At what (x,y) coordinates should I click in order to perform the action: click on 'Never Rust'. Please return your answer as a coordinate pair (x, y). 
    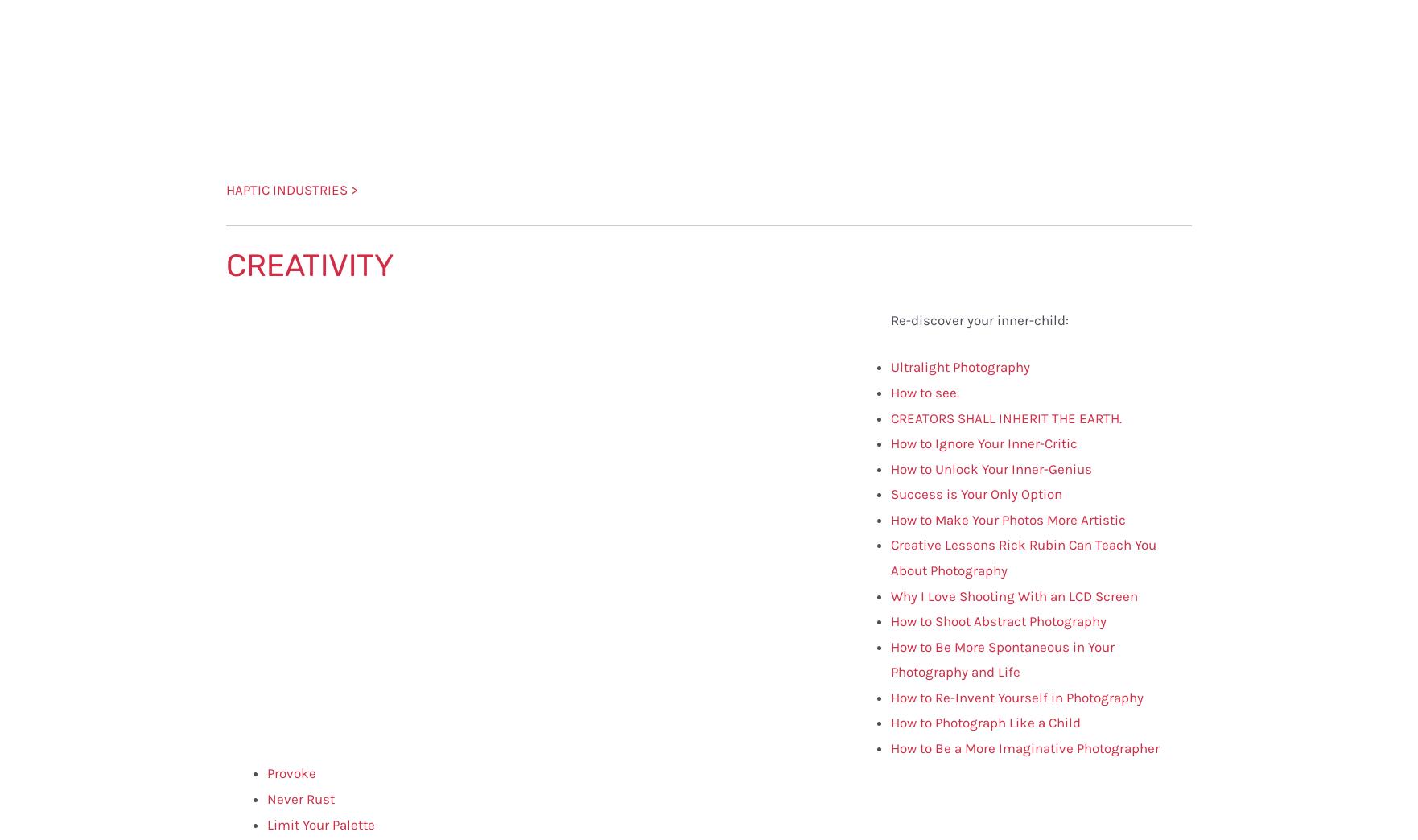
    Looking at the image, I should click on (301, 798).